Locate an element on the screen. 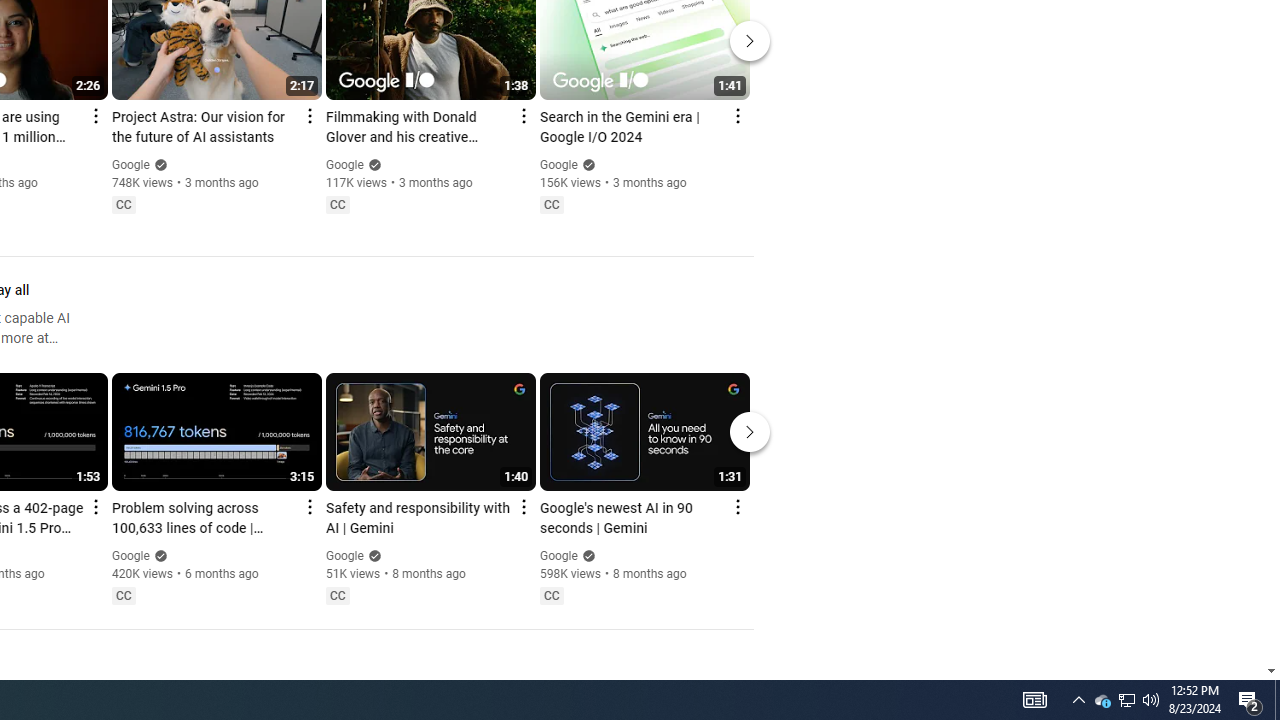 Image resolution: width=1280 pixels, height=720 pixels. 'Next' is located at coordinates (749, 431).